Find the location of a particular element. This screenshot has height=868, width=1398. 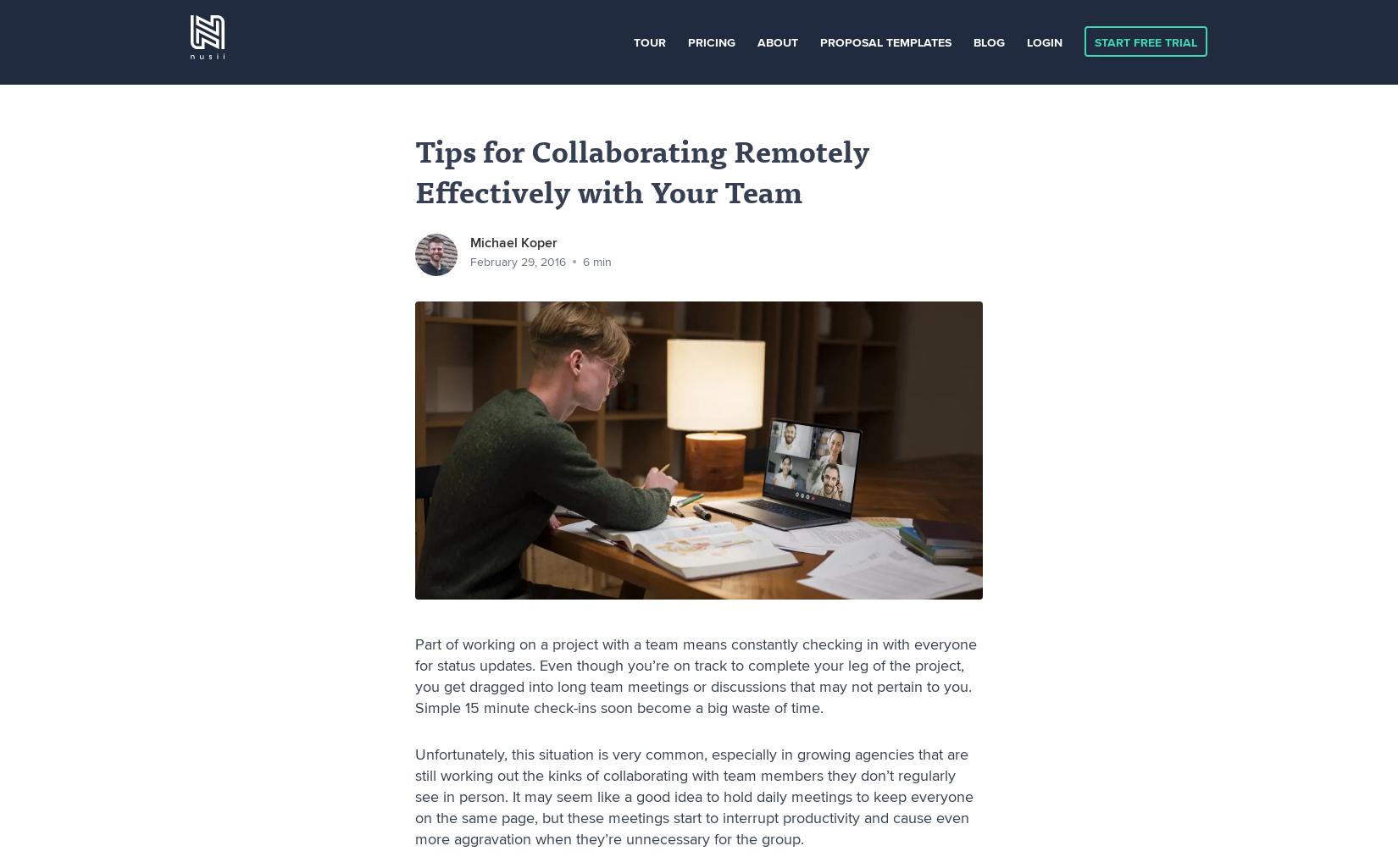

'Start Free Trial' is located at coordinates (1145, 41).